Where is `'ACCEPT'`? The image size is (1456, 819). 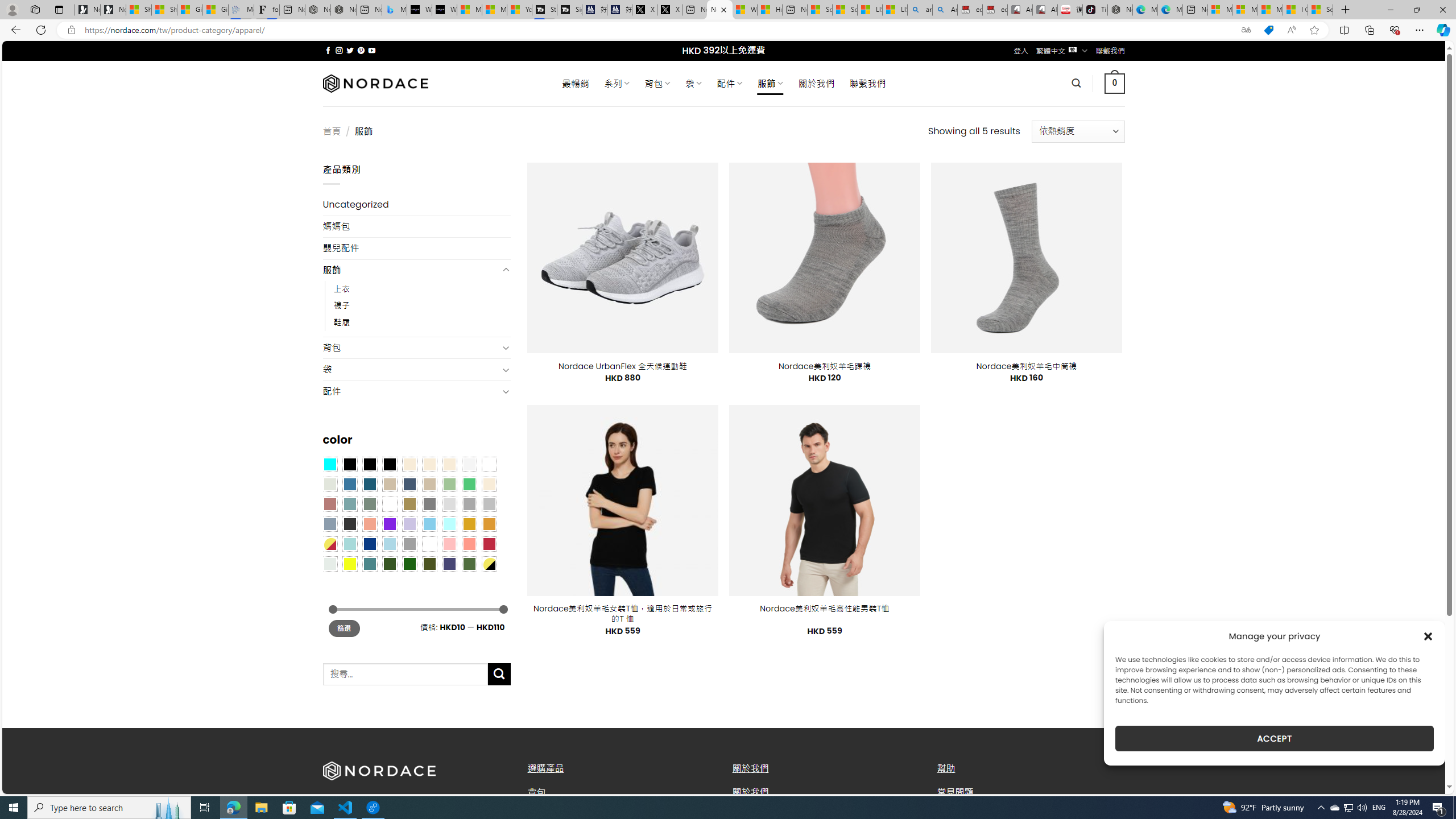 'ACCEPT' is located at coordinates (1275, 738).